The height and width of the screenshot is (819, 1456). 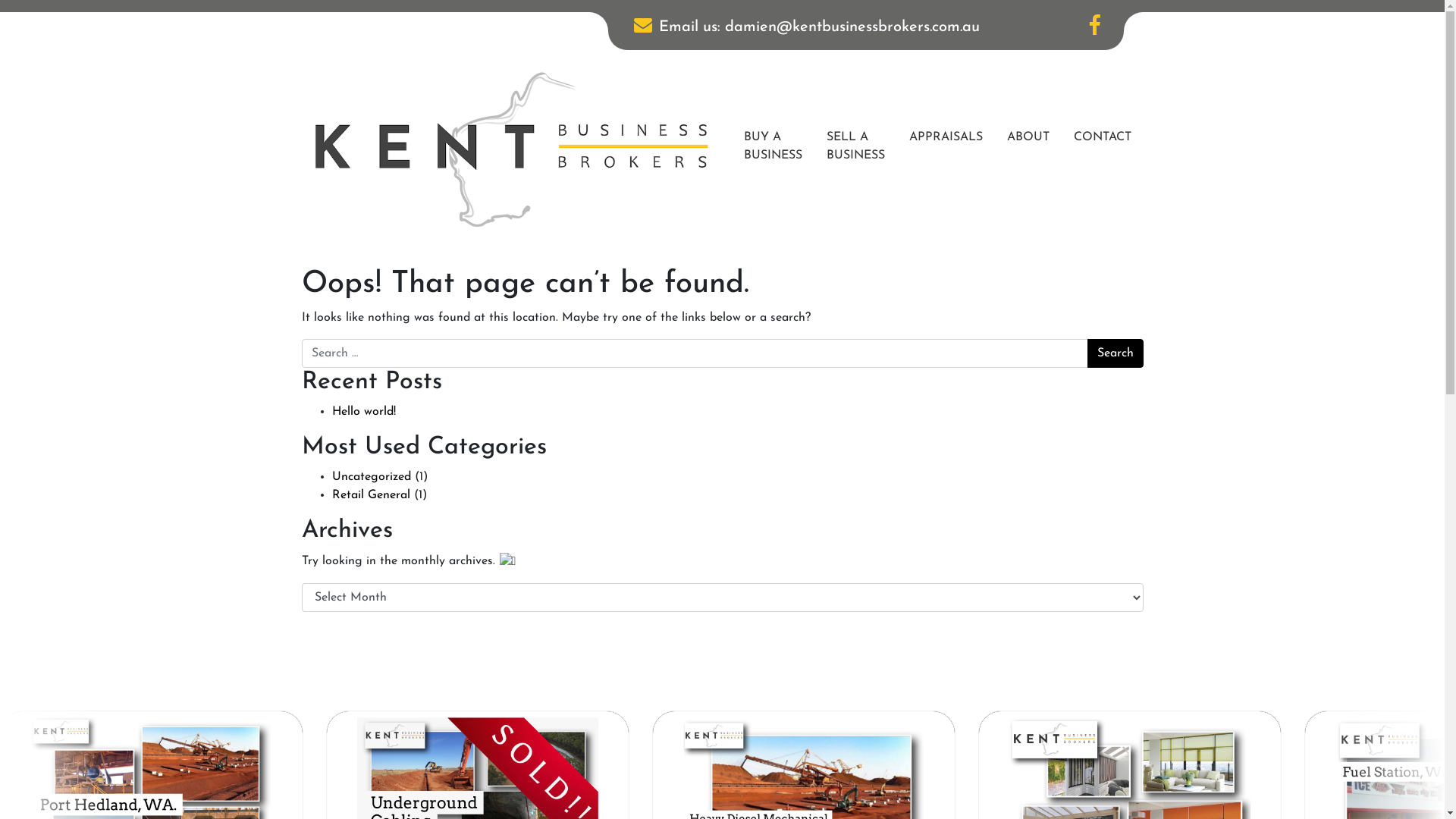 What do you see at coordinates (1103, 137) in the screenshot?
I see `'CONTACT'` at bounding box center [1103, 137].